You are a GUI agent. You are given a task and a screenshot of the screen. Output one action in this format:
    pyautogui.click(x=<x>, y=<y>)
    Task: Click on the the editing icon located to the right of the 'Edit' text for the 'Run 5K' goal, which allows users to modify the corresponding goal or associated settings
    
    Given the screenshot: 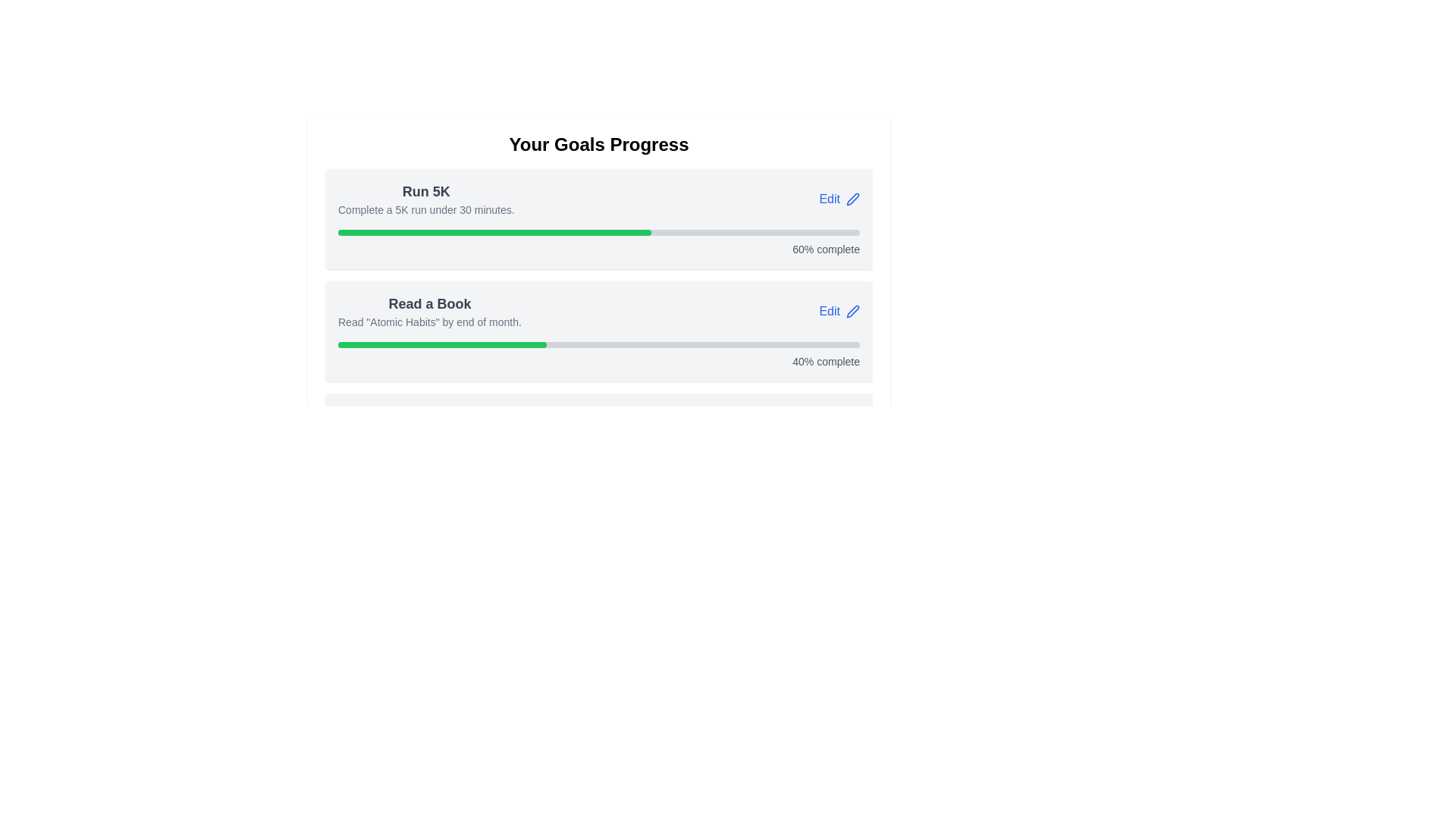 What is the action you would take?
    pyautogui.click(x=852, y=198)
    